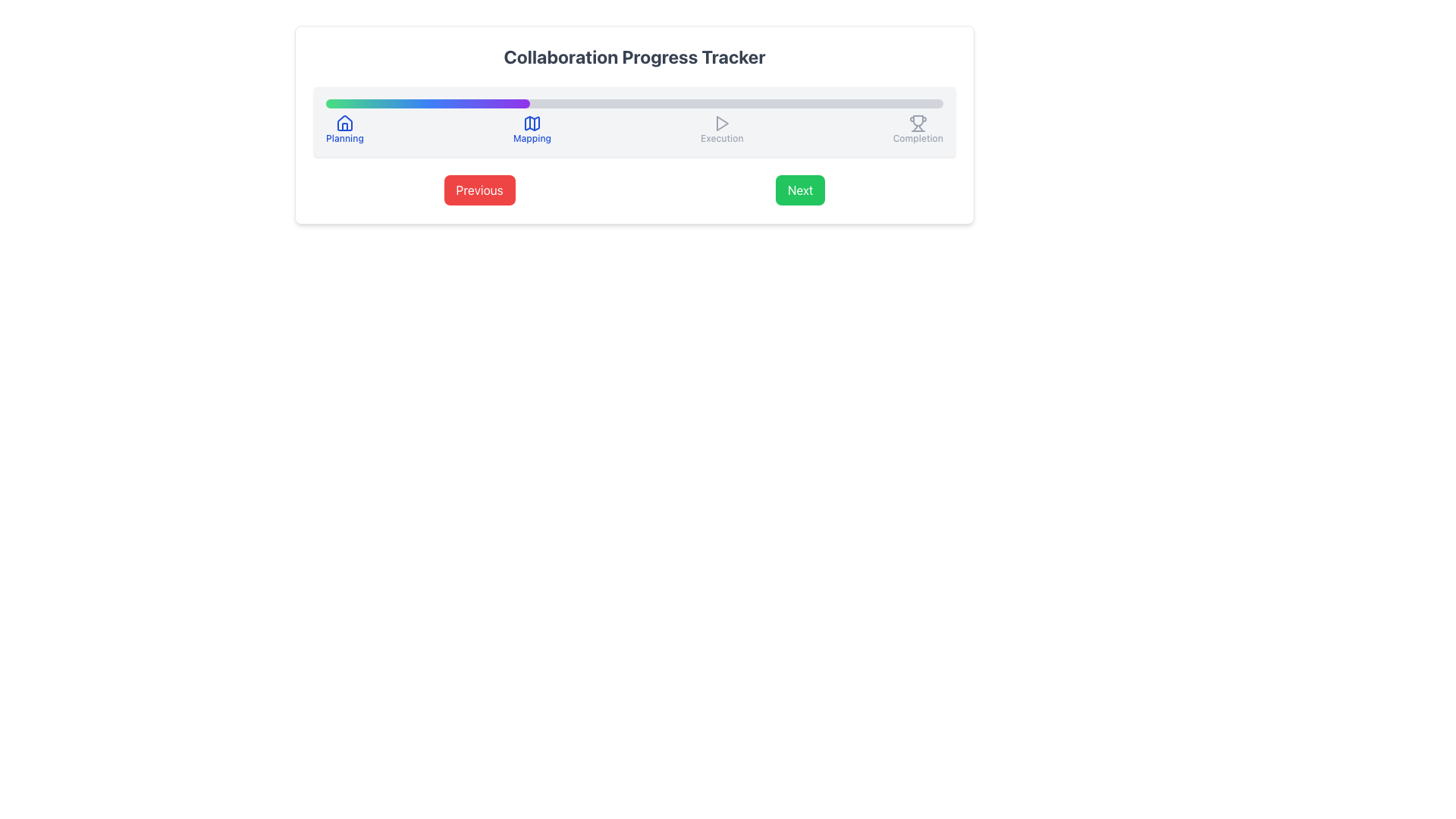 This screenshot has width=1456, height=819. I want to click on the play button icon located near the 'Execution' label within the progress tracker component, which is a small triangular shaped icon pointing to the right, so click(722, 122).